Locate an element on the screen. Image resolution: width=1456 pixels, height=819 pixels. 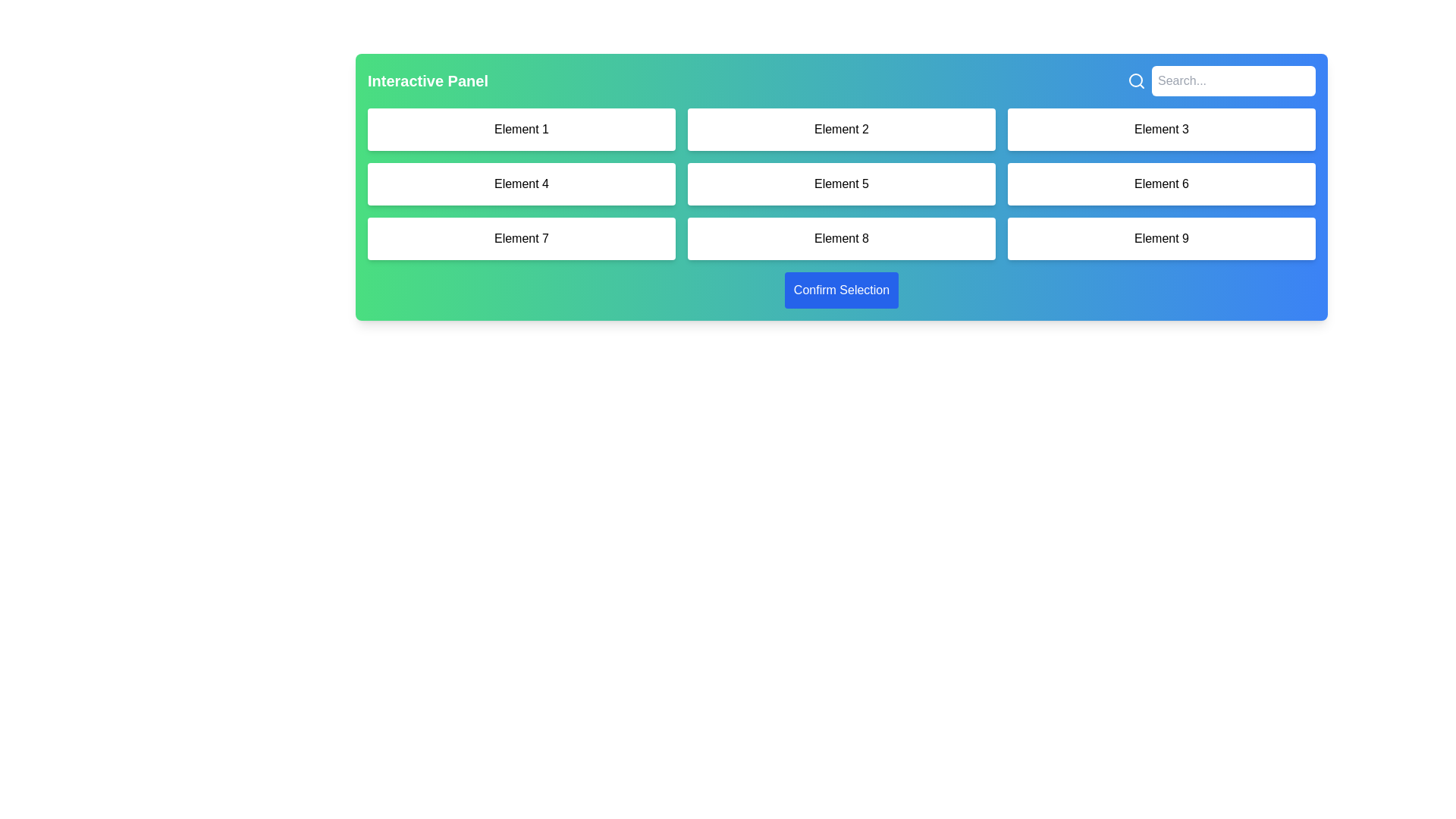
the search icon styled as a magnifying glass located on the right side of the header, next to the 'Search...' text input field is located at coordinates (1136, 81).